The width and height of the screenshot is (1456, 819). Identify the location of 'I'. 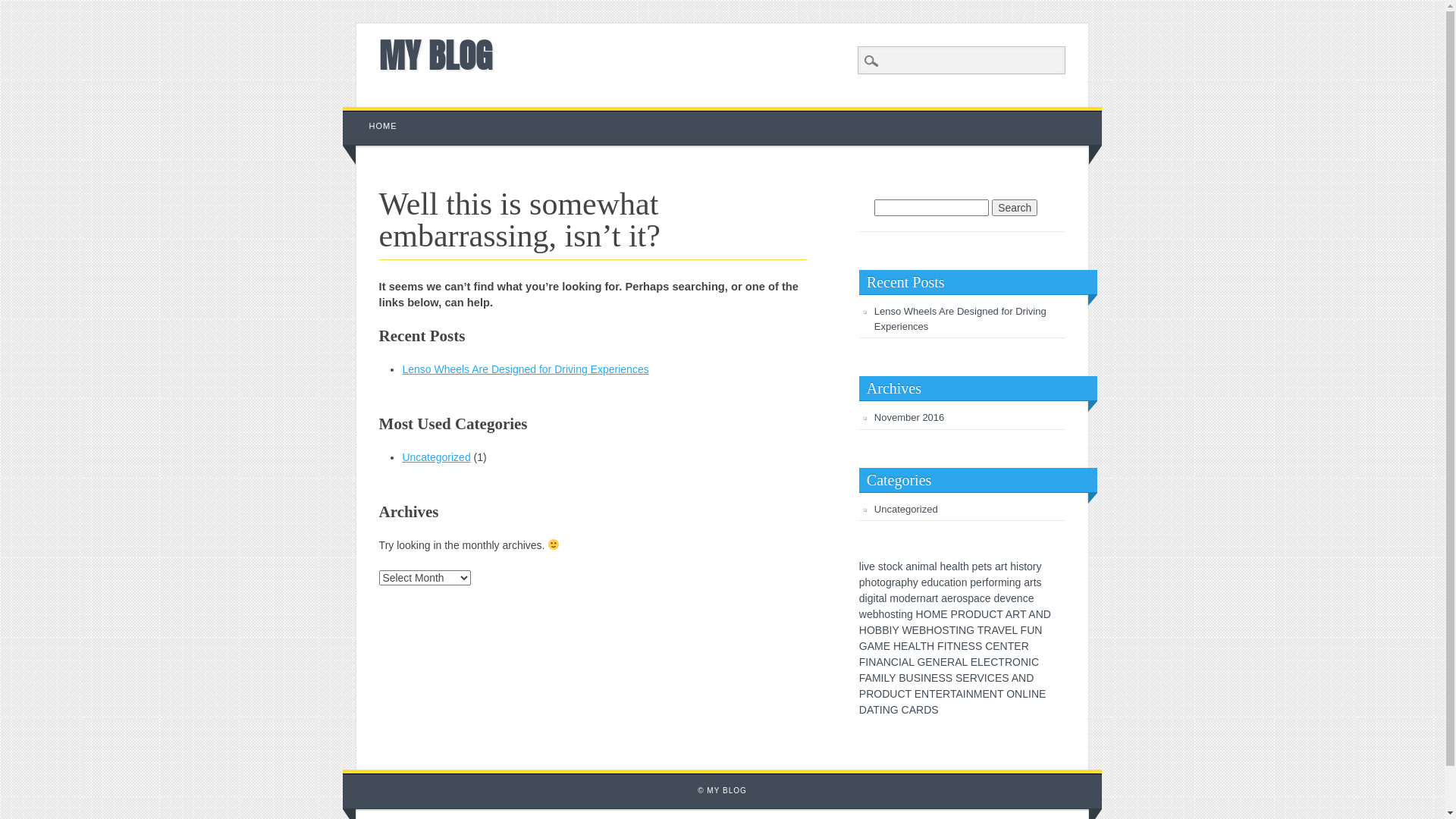
(1030, 693).